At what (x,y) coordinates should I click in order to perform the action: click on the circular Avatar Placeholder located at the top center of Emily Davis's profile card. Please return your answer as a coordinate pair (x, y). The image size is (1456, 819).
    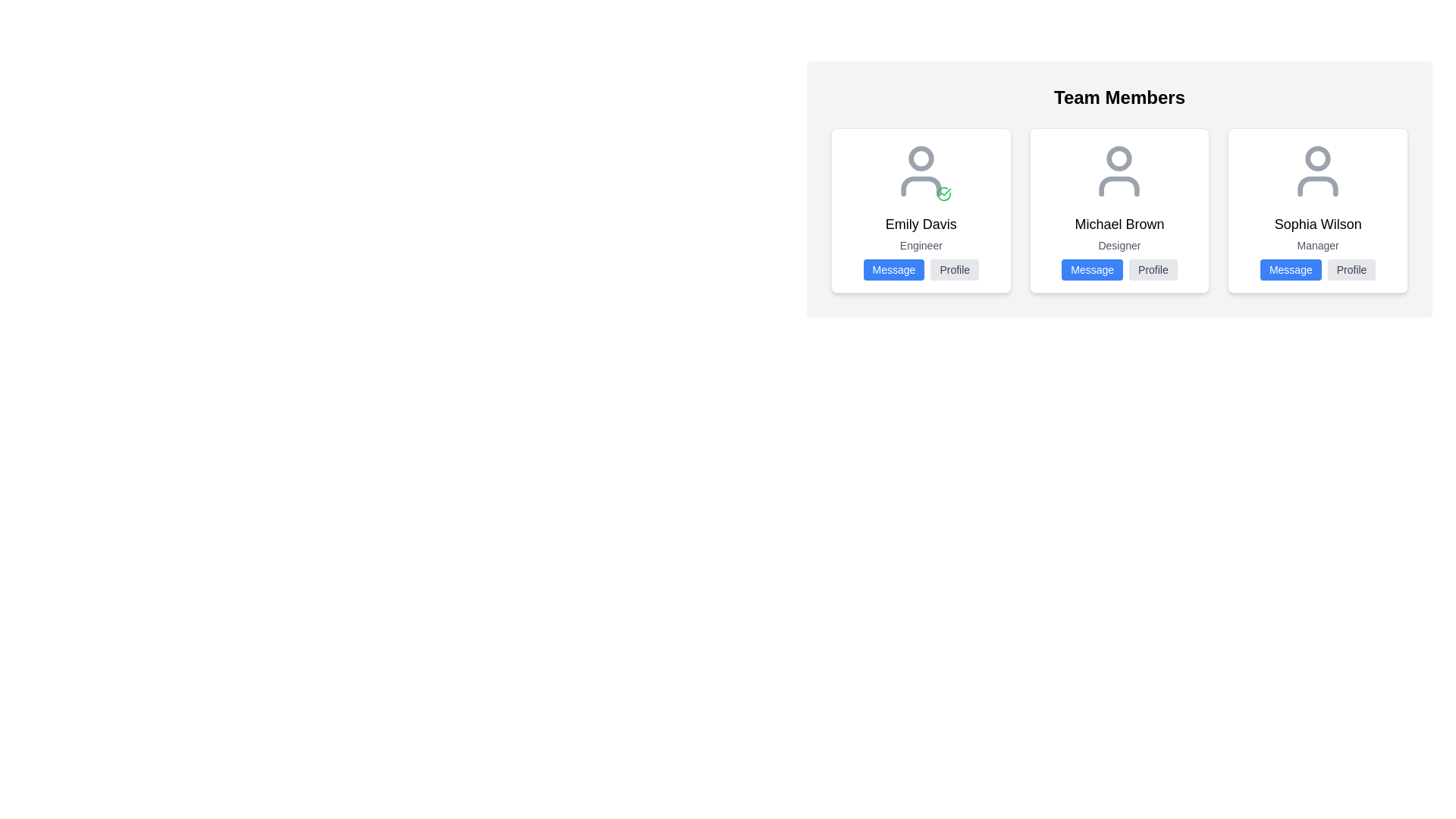
    Looking at the image, I should click on (920, 158).